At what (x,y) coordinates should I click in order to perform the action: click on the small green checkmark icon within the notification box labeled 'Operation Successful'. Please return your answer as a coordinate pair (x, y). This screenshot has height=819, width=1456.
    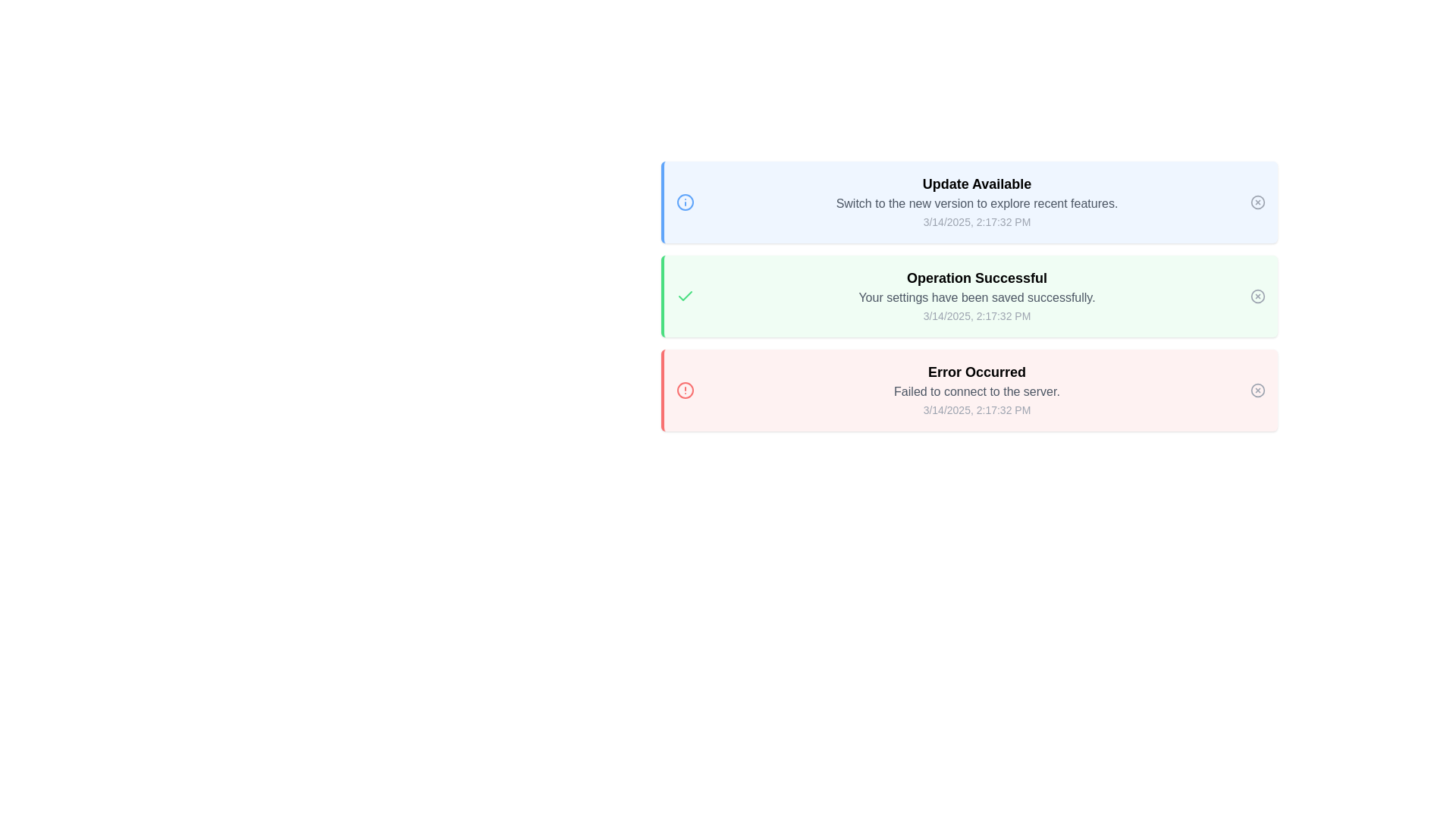
    Looking at the image, I should click on (684, 296).